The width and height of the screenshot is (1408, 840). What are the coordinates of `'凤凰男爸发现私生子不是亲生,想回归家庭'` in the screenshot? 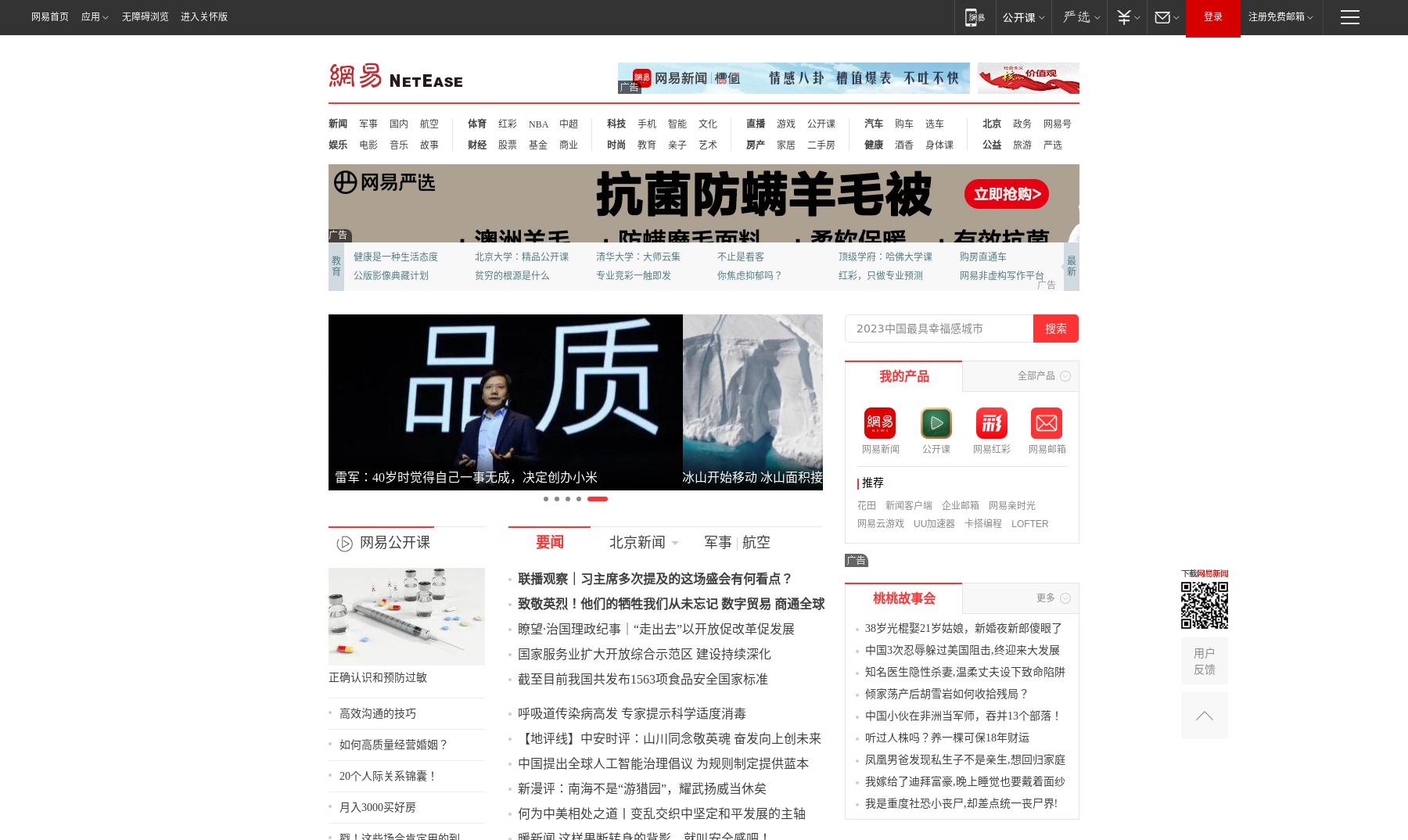 It's located at (1058, 777).